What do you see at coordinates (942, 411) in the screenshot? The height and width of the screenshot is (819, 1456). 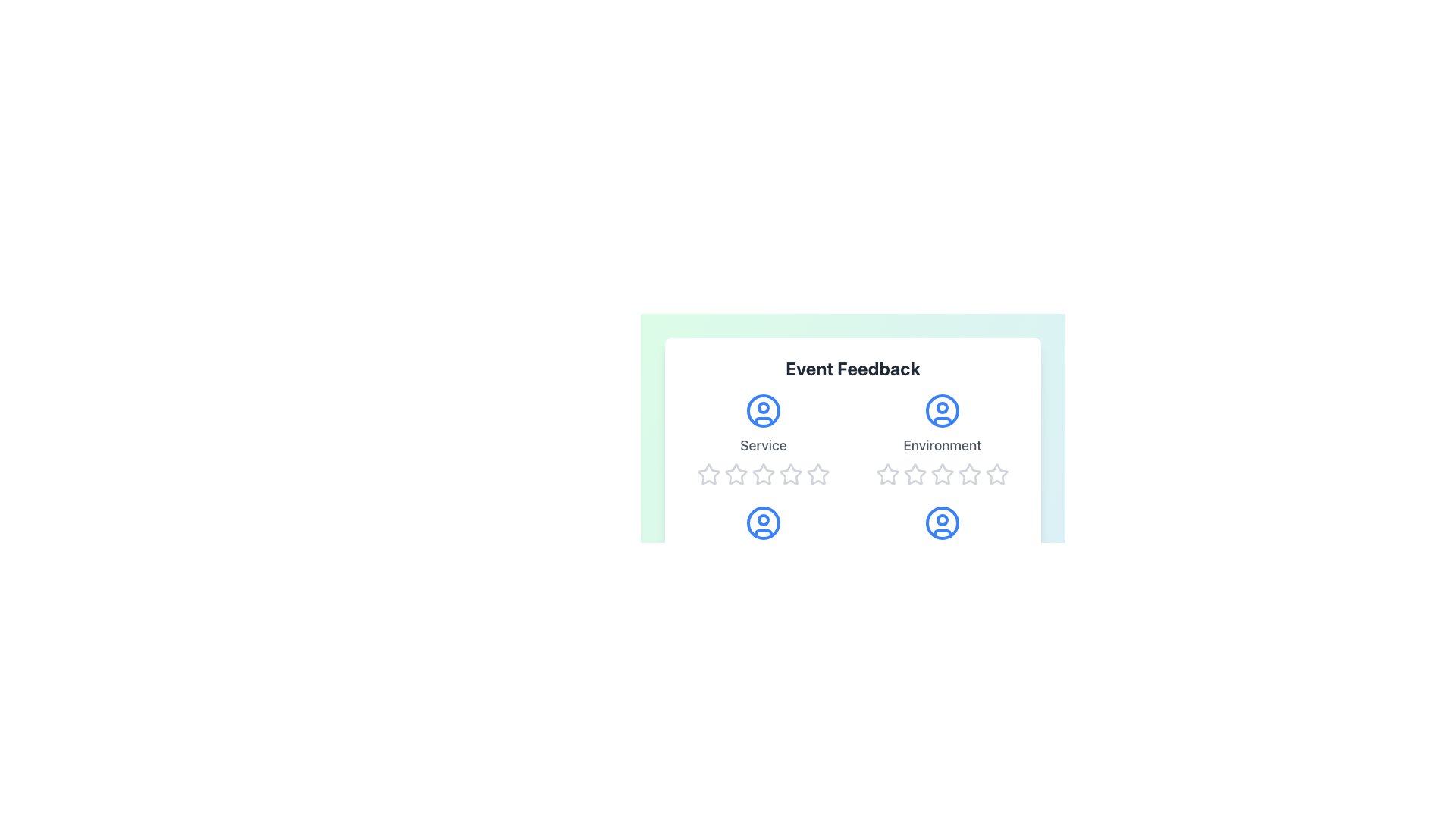 I see `the circular outline of the user profile icon located under the 'Environment' label in the 'Event Feedback' section` at bounding box center [942, 411].